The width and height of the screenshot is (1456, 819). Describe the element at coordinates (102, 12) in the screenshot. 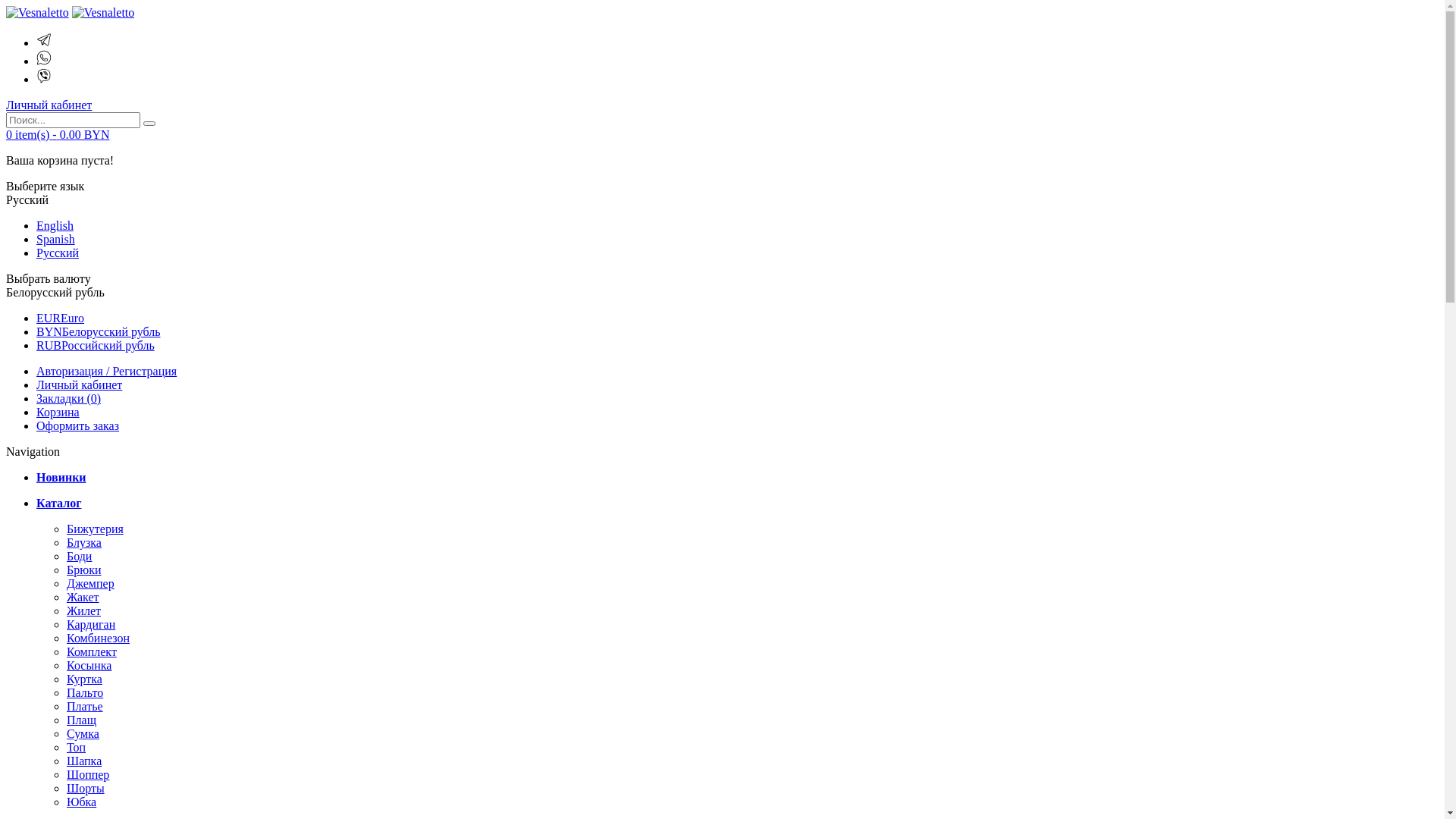

I see `'Vesnaletto'` at that location.